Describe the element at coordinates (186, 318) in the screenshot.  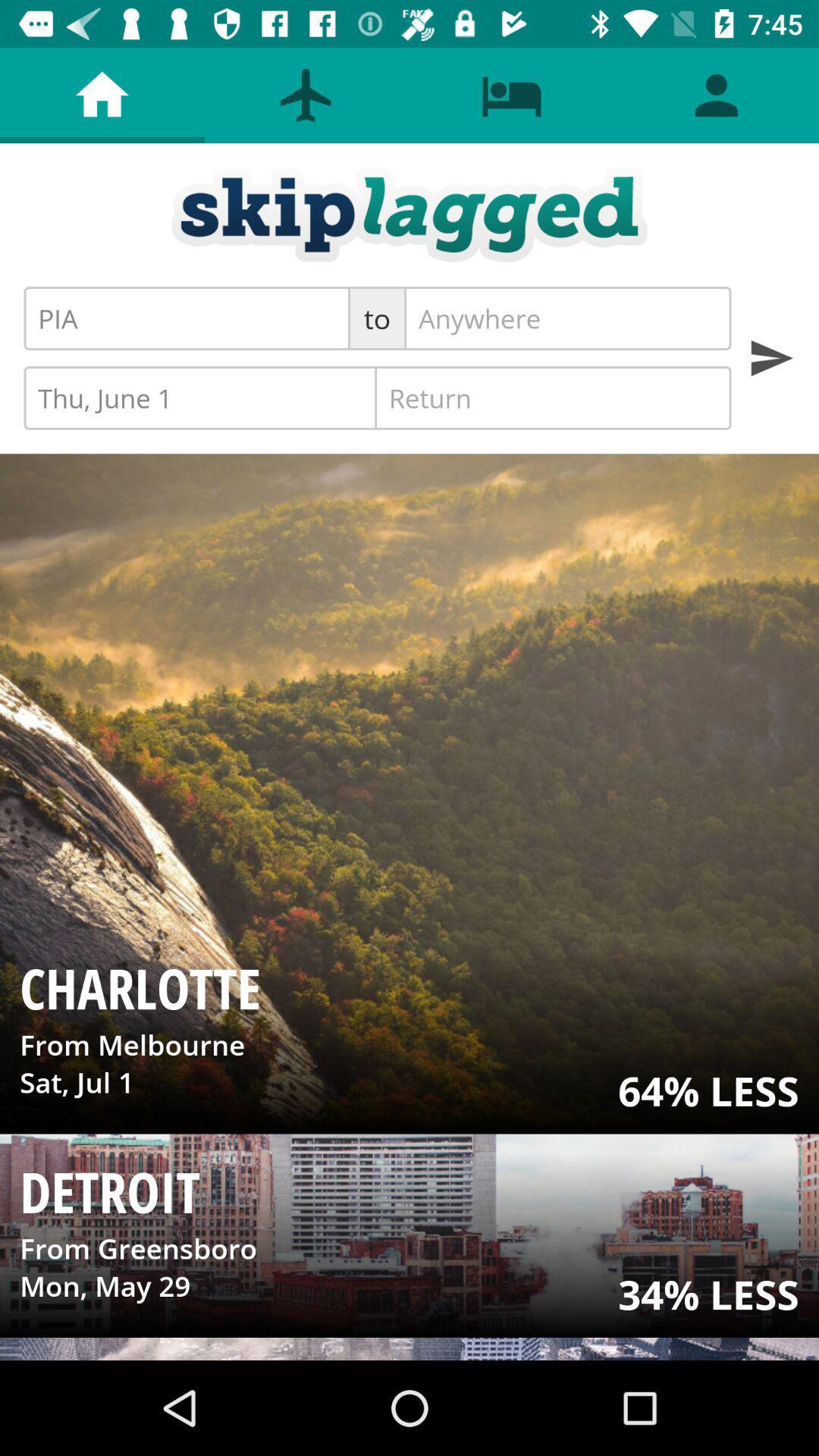
I see `the item to the left of the to item` at that location.